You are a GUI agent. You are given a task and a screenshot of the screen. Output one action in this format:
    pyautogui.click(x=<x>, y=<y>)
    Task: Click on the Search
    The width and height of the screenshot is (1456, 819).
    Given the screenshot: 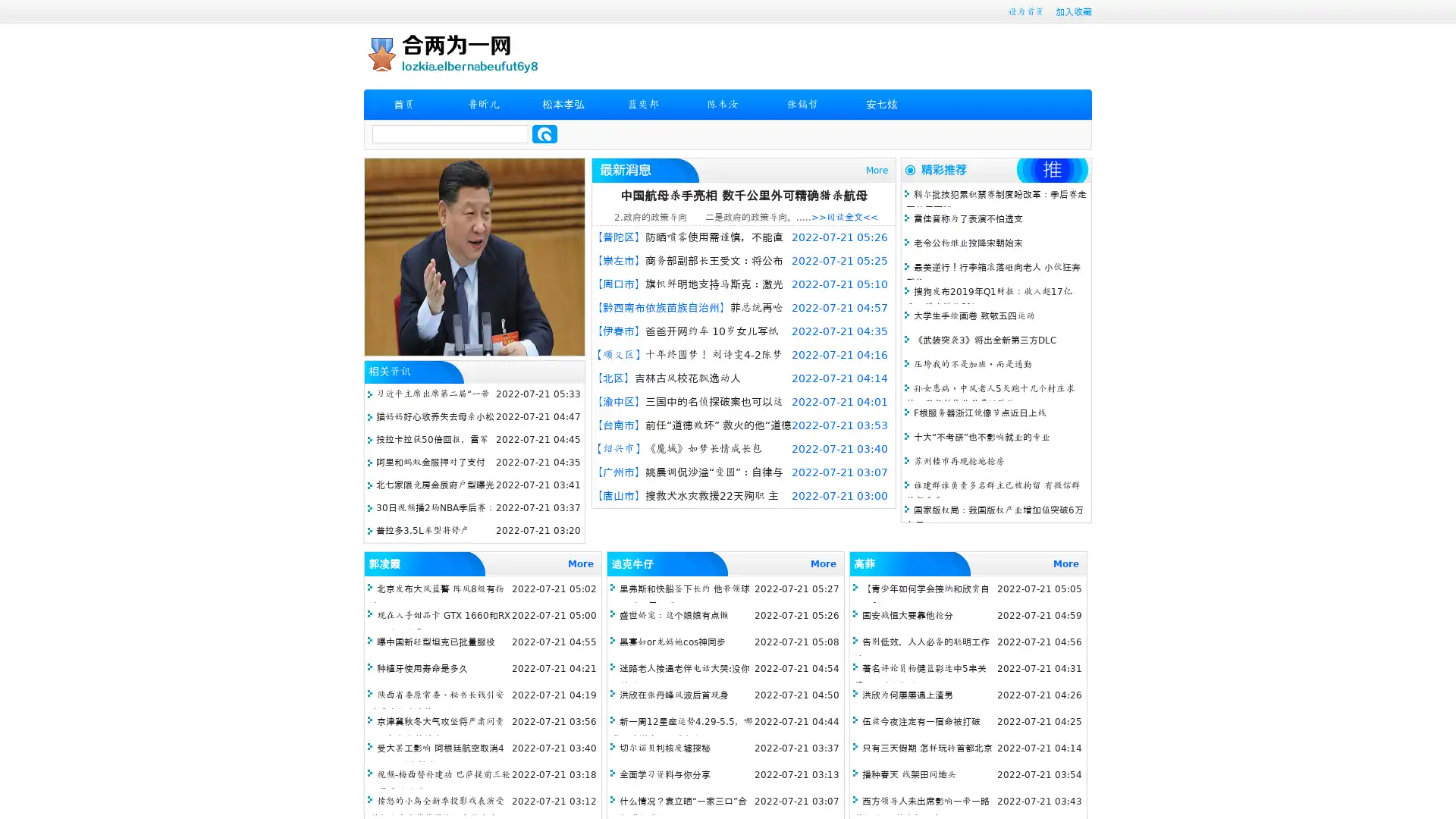 What is the action you would take?
    pyautogui.click(x=544, y=133)
    